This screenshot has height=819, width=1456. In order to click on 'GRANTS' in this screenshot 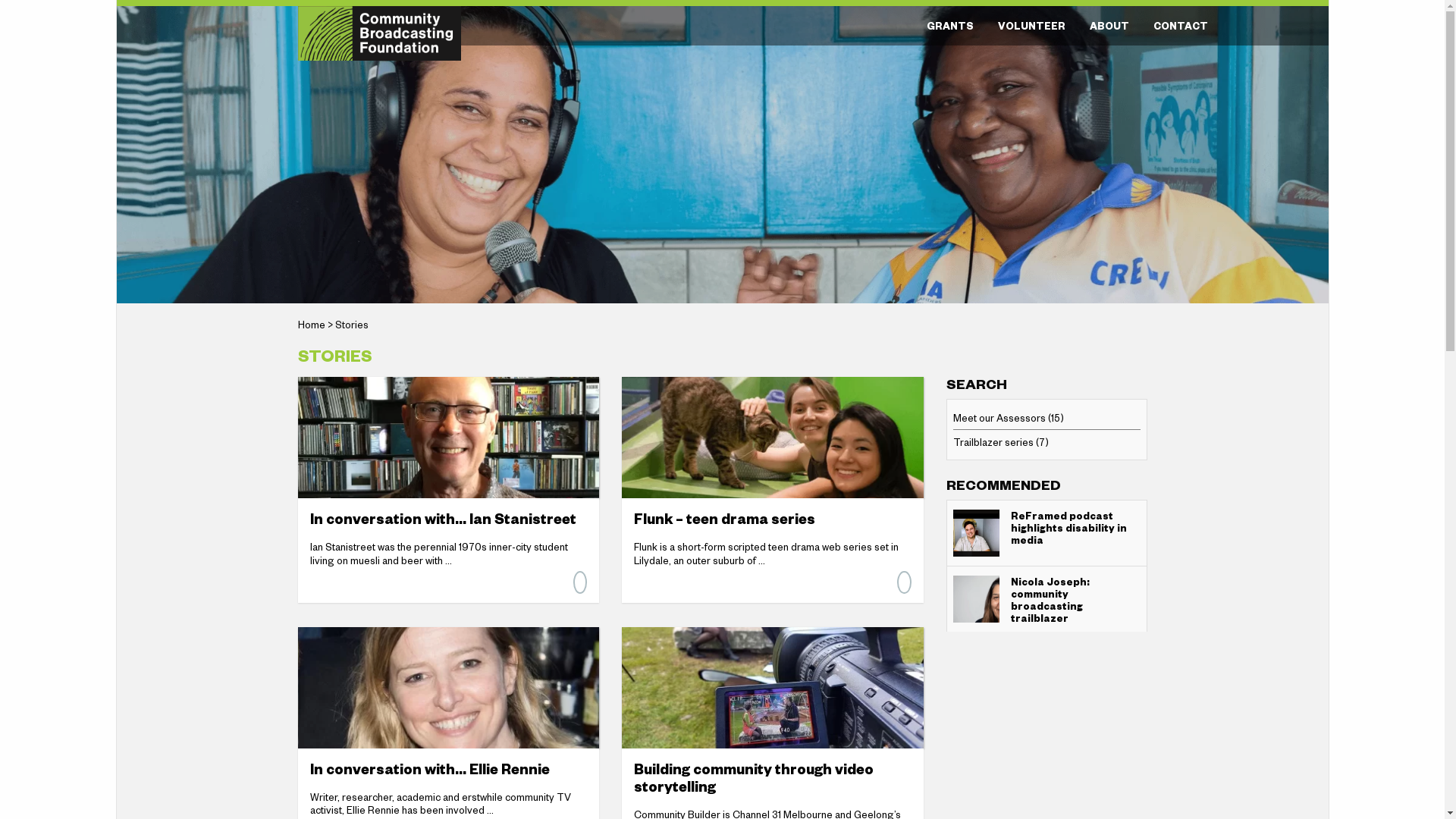, I will do `click(949, 26)`.